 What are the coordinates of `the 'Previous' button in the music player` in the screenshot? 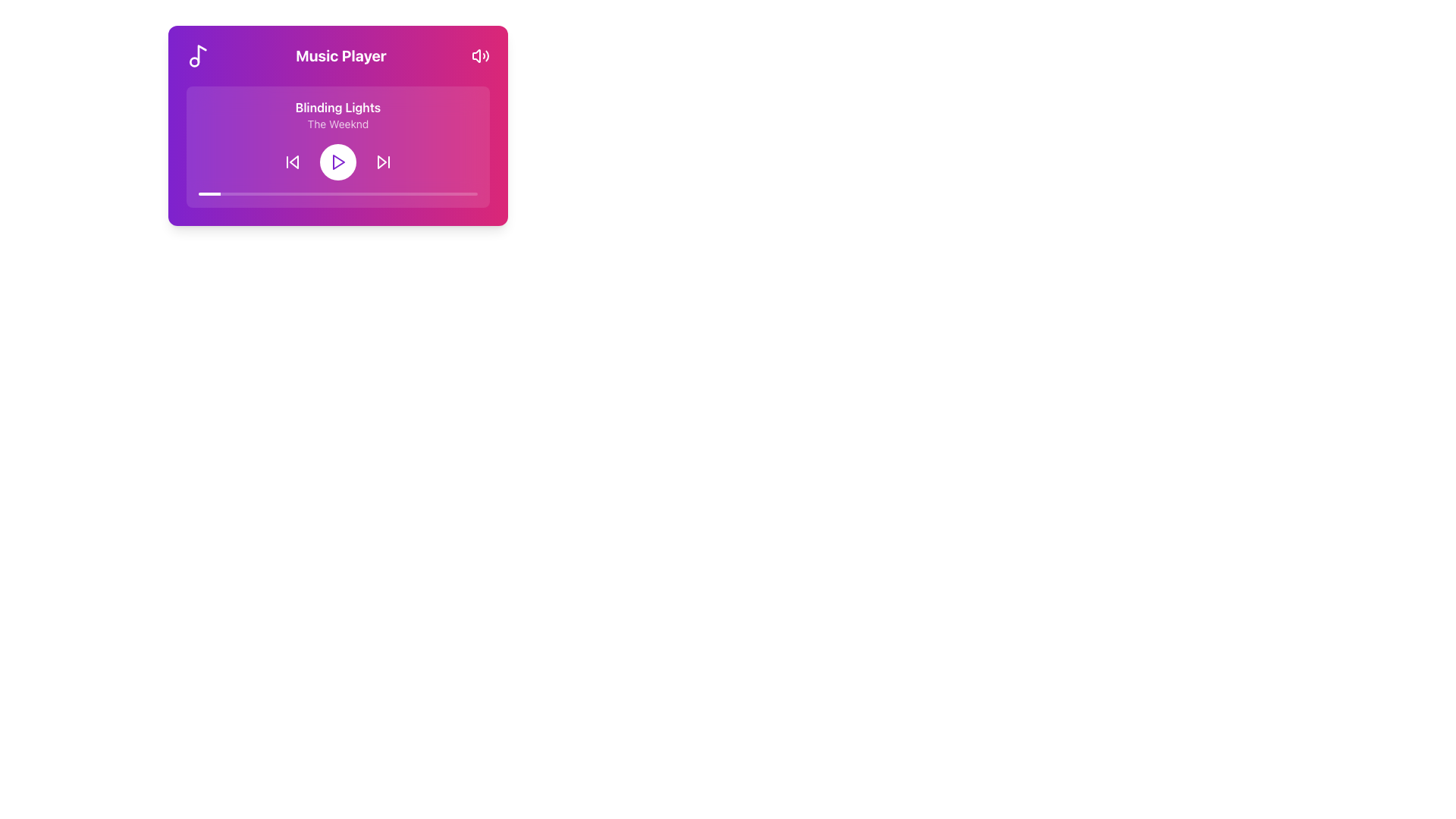 It's located at (294, 162).